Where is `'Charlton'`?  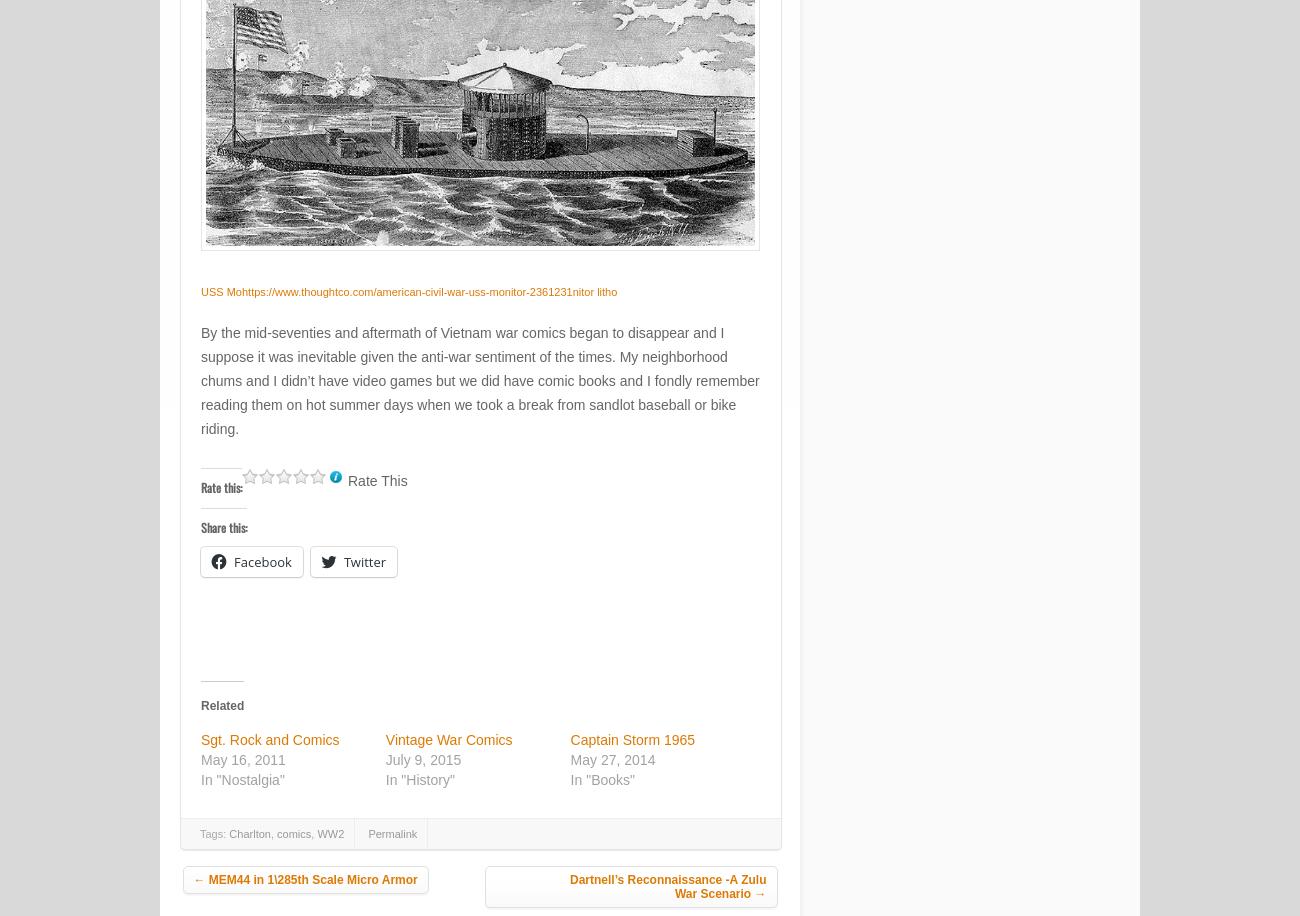
'Charlton' is located at coordinates (248, 834).